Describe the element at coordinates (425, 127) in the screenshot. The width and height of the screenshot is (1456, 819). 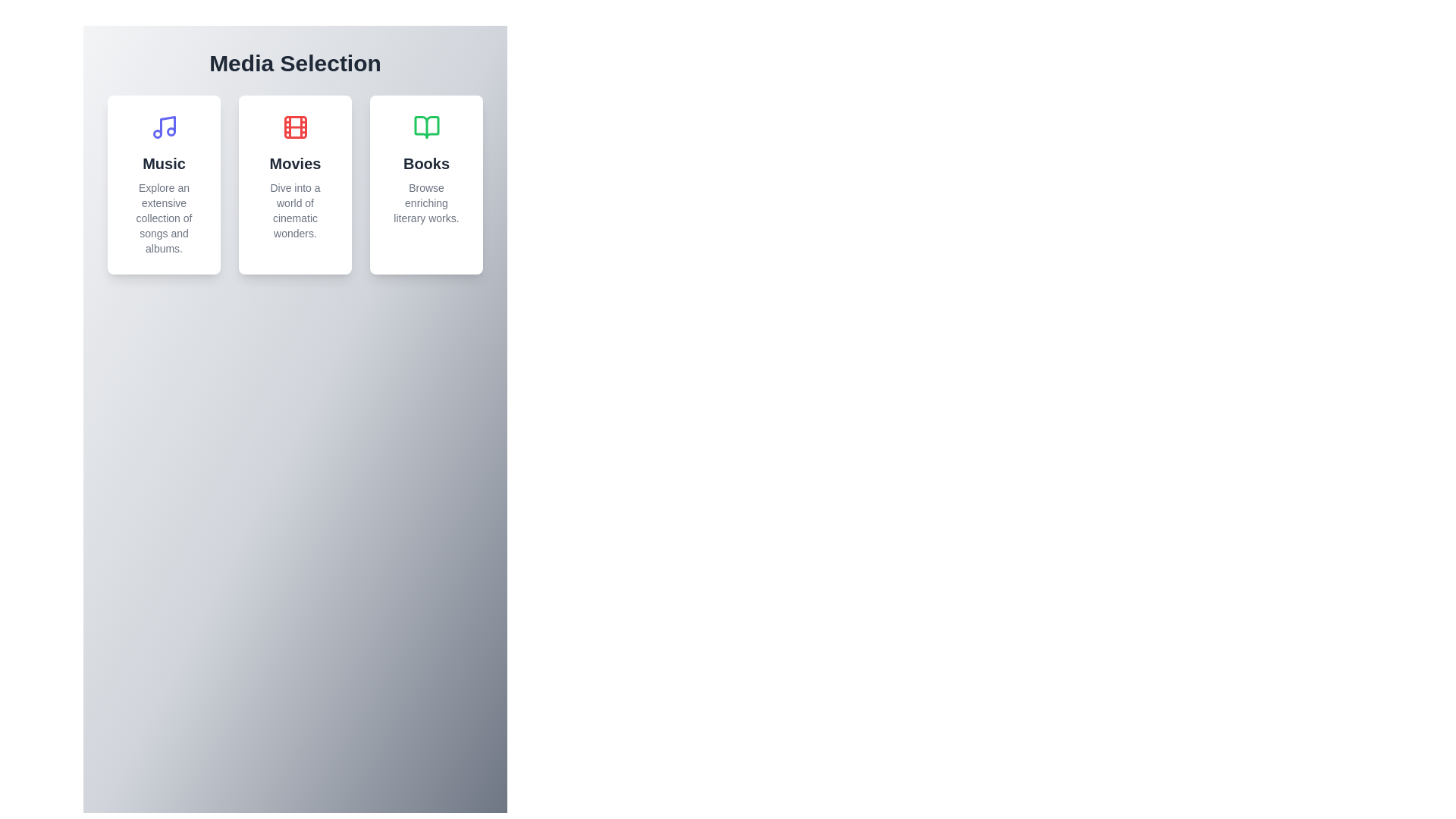
I see `the 'Books' icon located at the top of the third card in a horizontal row of three cards labeled 'Music,' 'Movies,' and 'Books.'` at that location.